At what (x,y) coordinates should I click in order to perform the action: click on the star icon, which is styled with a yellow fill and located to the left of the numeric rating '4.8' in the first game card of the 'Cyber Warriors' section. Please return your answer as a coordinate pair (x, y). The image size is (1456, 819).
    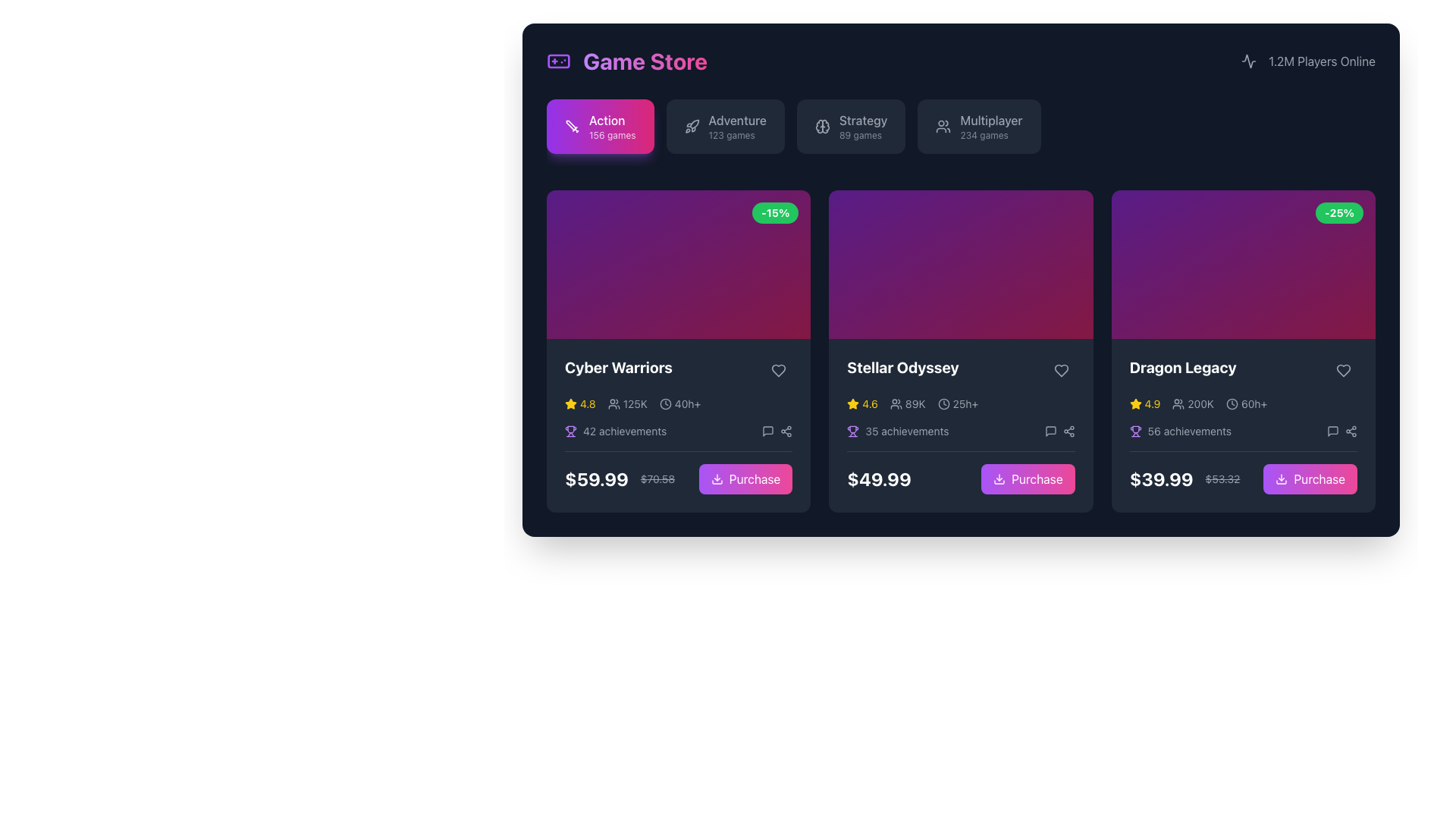
    Looking at the image, I should click on (570, 403).